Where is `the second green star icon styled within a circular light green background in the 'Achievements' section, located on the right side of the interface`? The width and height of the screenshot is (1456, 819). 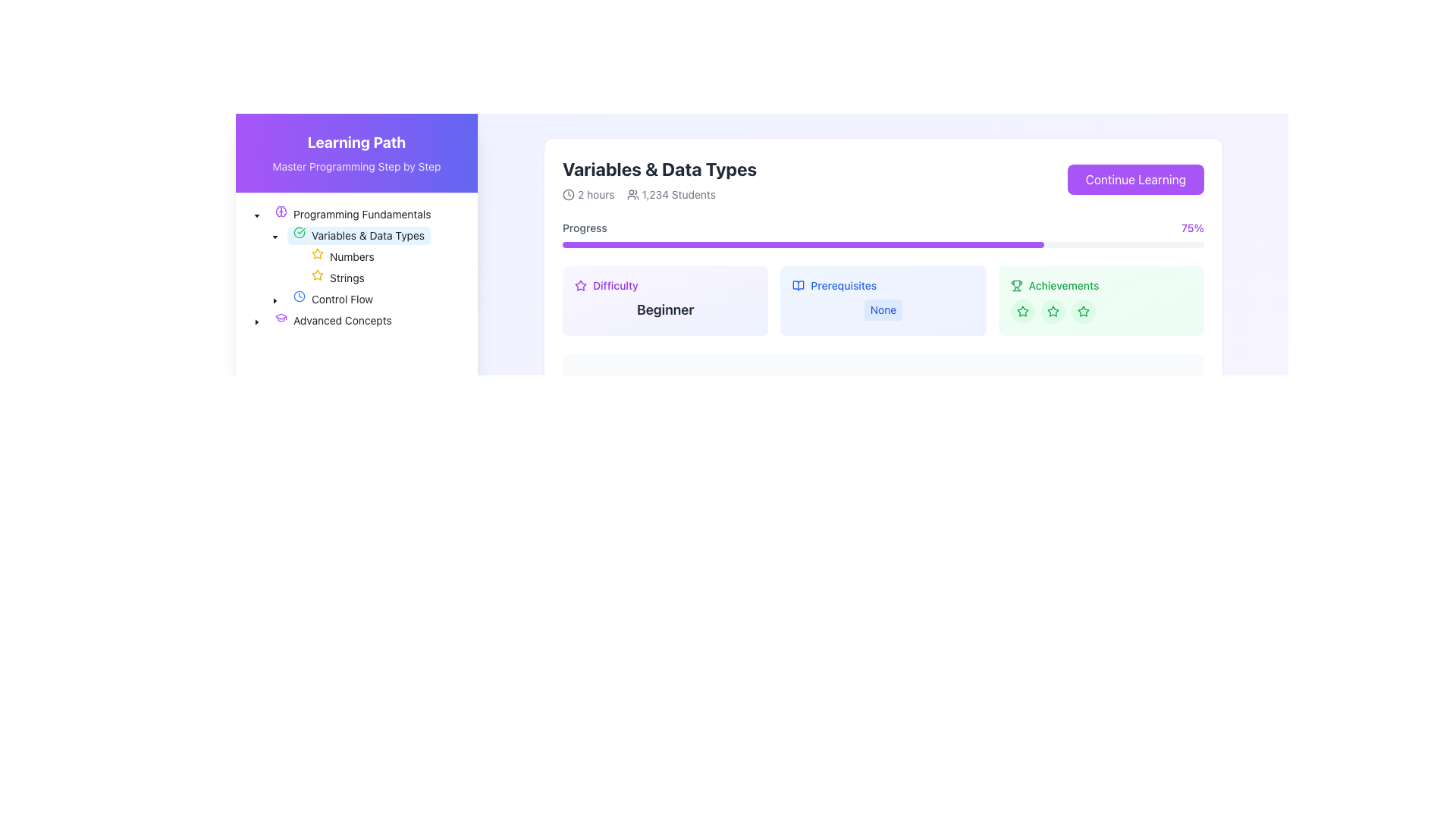 the second green star icon styled within a circular light green background in the 'Achievements' section, located on the right side of the interface is located at coordinates (1052, 311).